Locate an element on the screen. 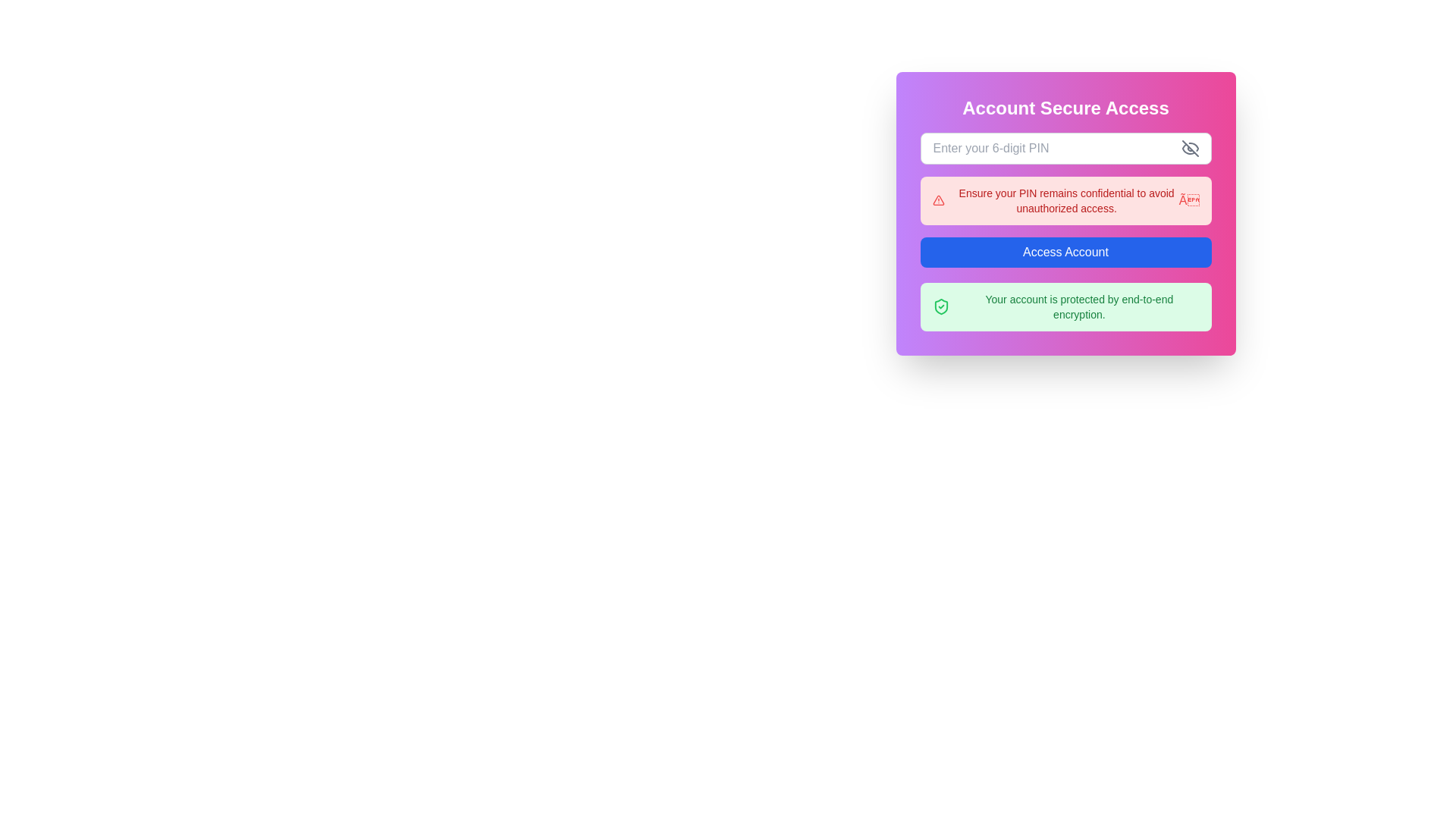 The height and width of the screenshot is (819, 1456). the alert icon located in the pink notification box, positioned to the left of the warning text message about PIN confidentiality is located at coordinates (938, 200).